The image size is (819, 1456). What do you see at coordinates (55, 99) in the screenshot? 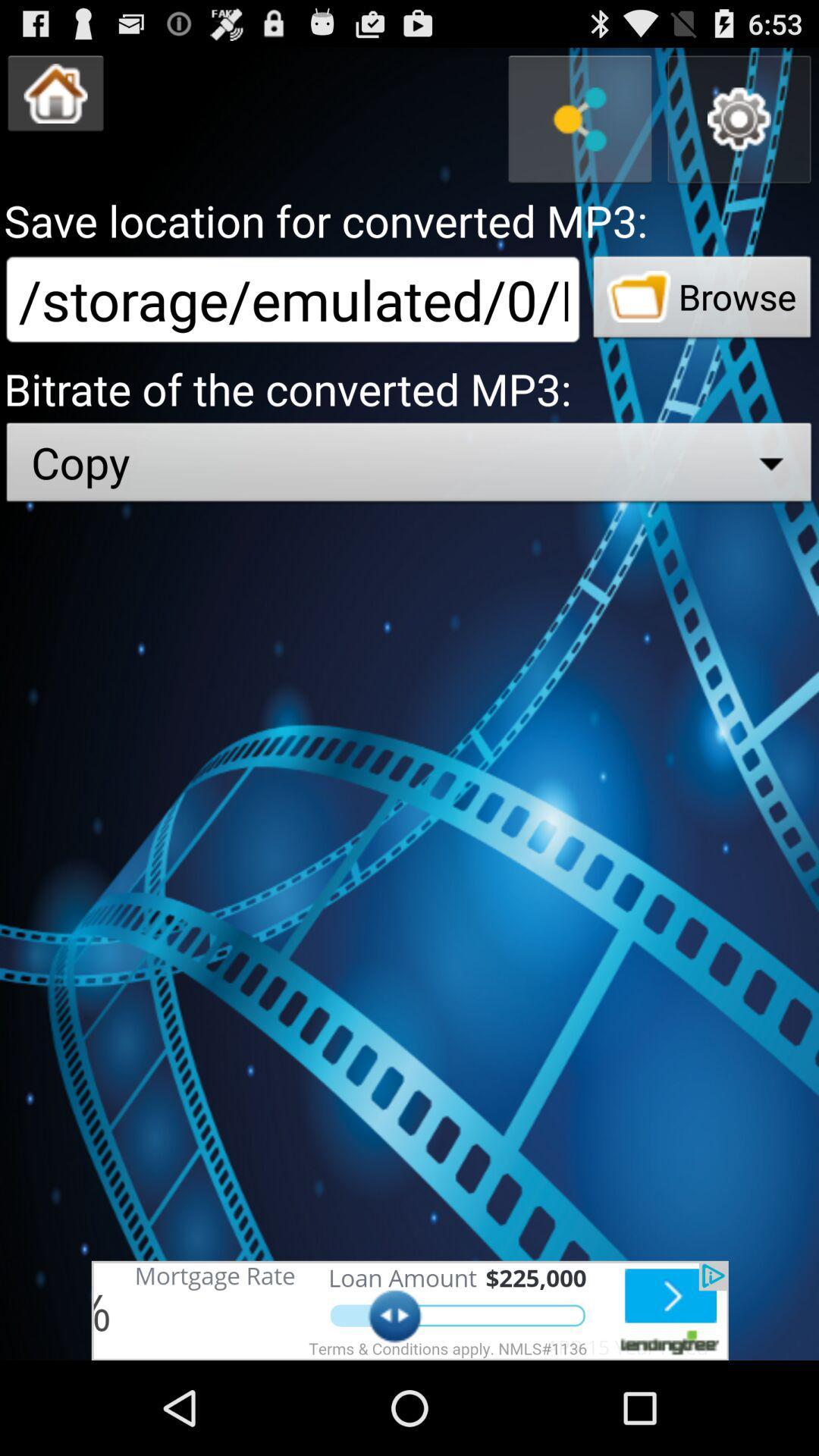
I see `the home icon` at bounding box center [55, 99].